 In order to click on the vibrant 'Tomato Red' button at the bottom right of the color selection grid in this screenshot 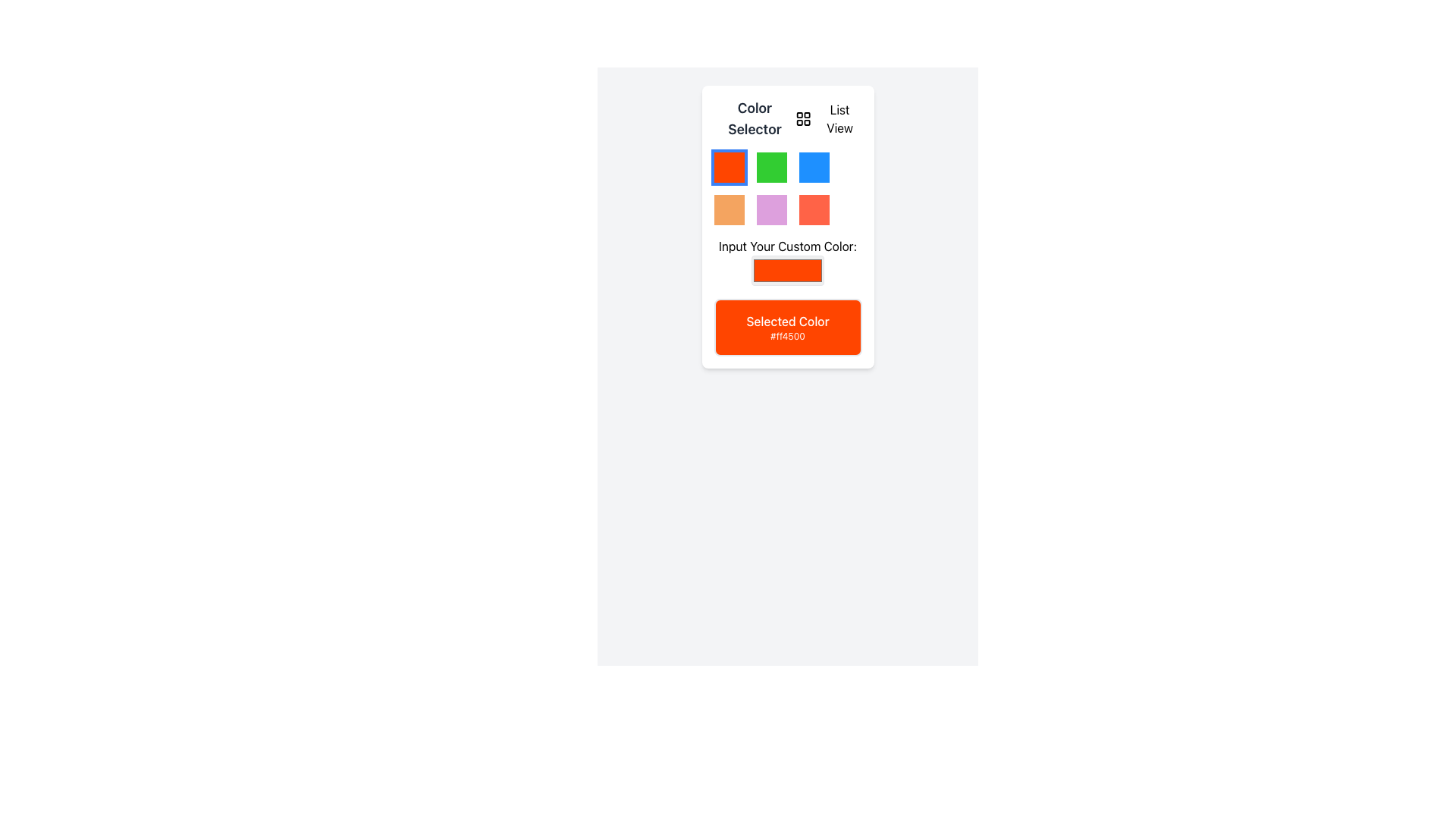, I will do `click(813, 210)`.